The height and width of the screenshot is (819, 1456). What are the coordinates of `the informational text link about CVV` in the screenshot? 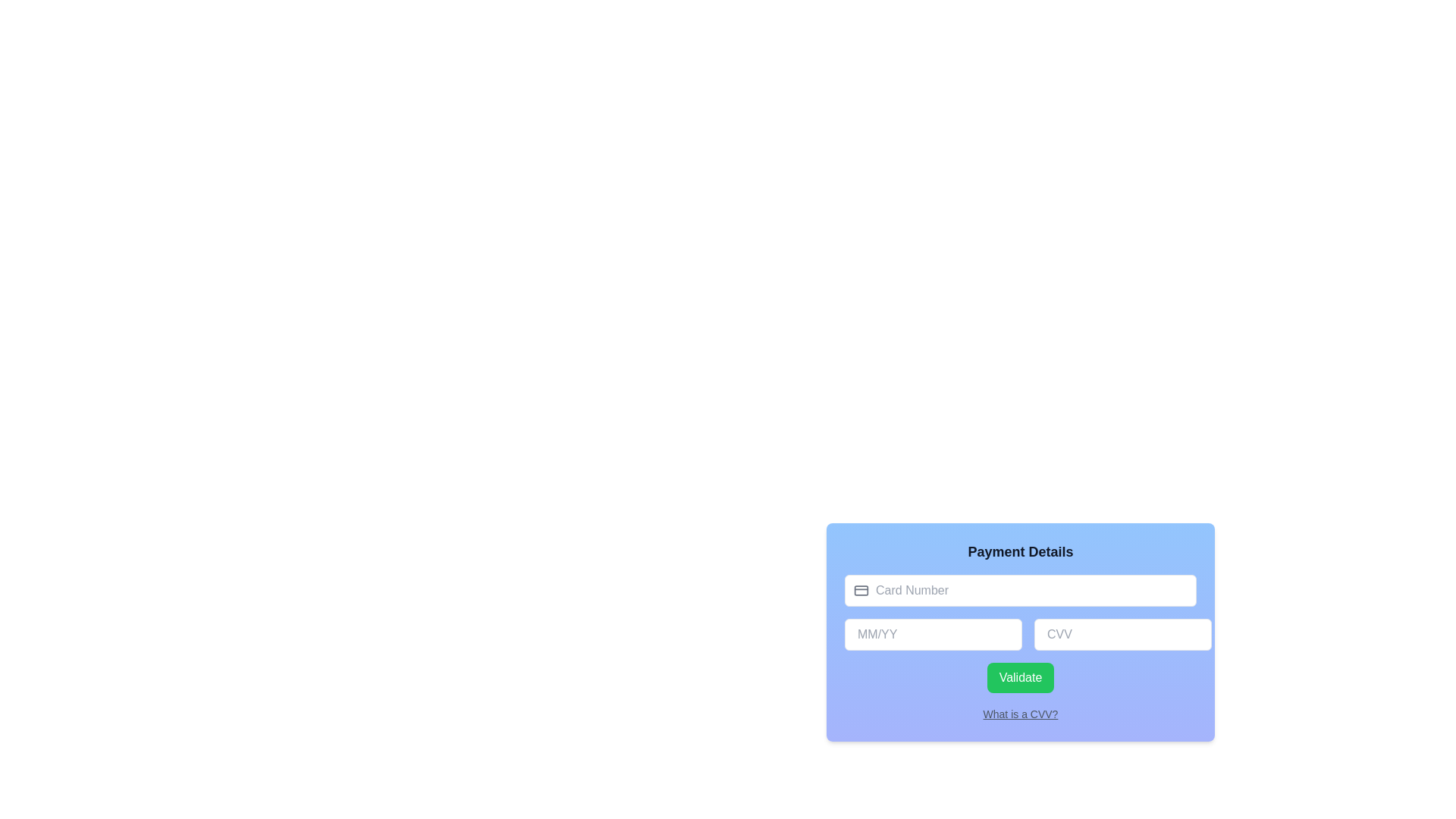 It's located at (1020, 714).